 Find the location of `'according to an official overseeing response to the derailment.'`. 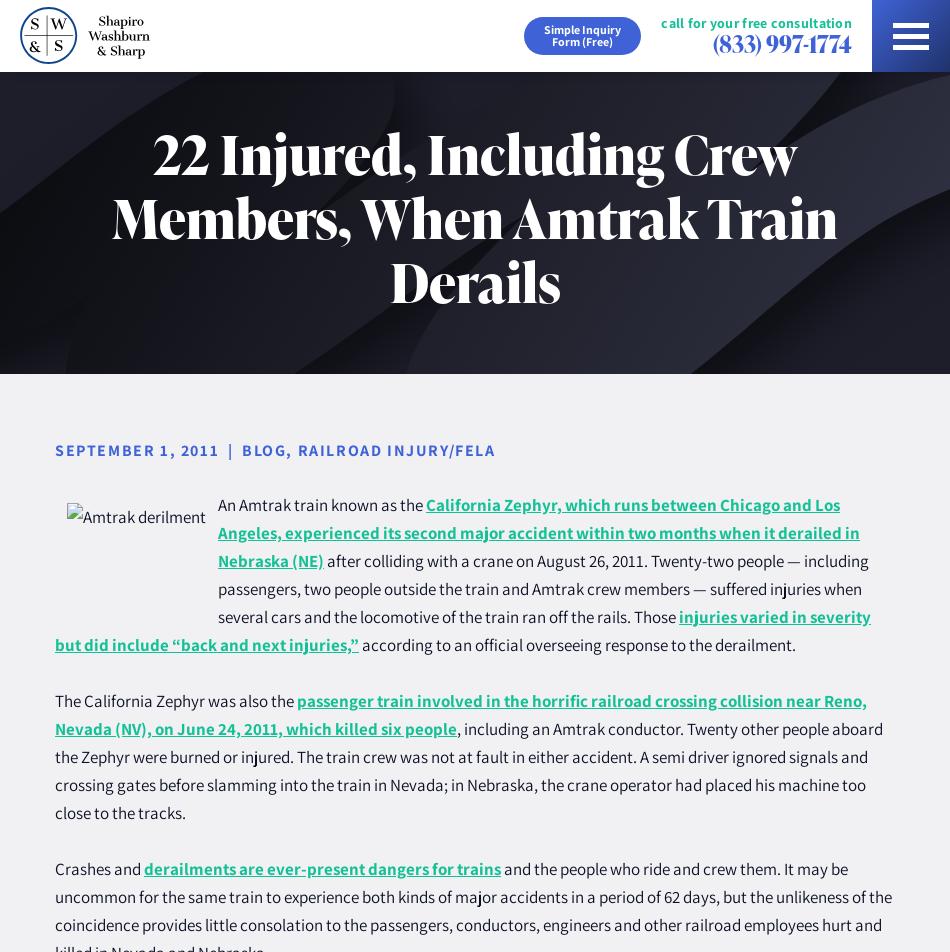

'according to an official overseeing response to the derailment.' is located at coordinates (358, 644).